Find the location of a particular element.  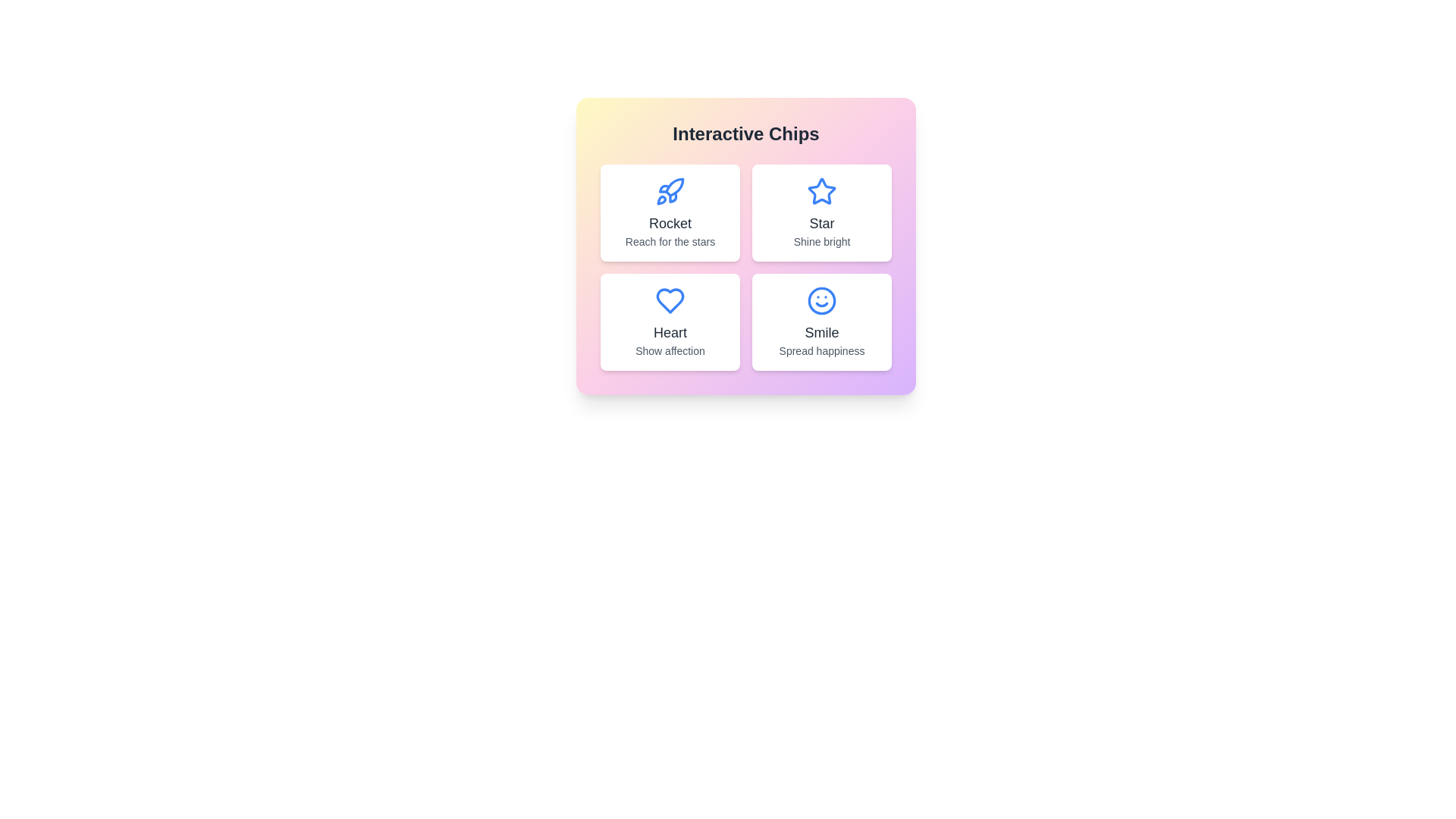

the chip labeled Star is located at coordinates (821, 213).